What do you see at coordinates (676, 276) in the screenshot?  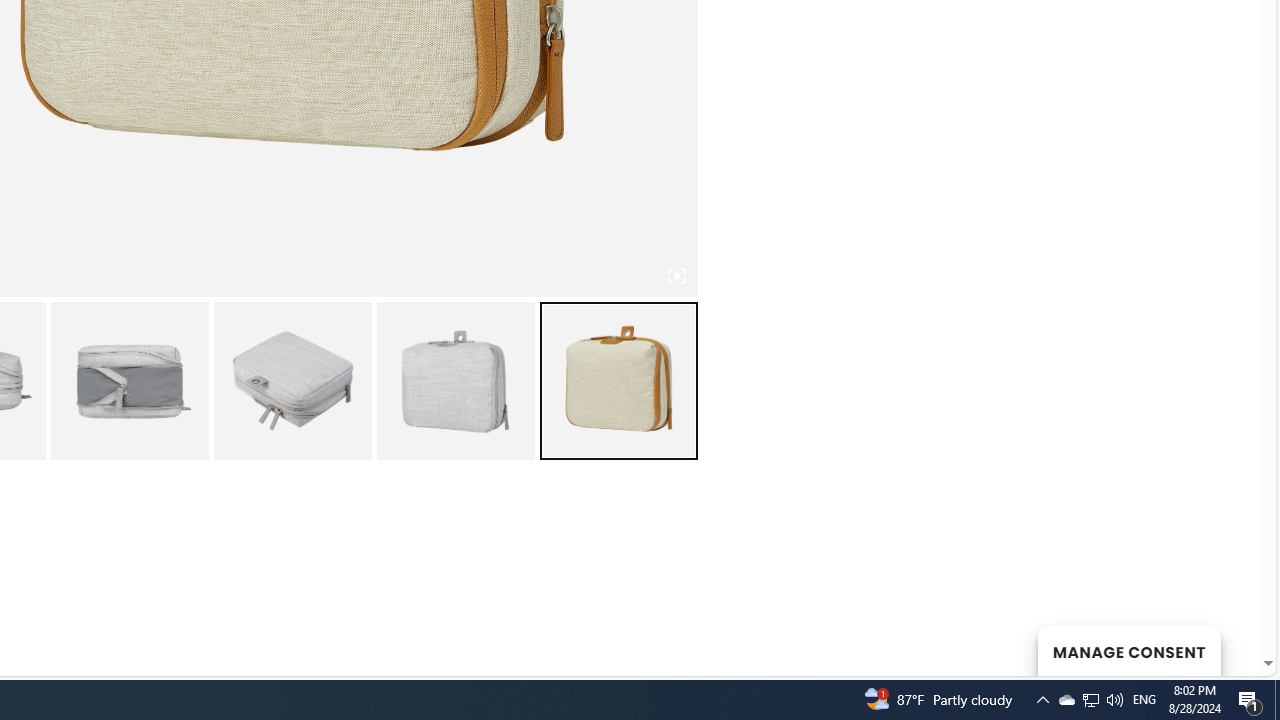 I see `'Class: iconic-woothumbs-fullscreen'` at bounding box center [676, 276].